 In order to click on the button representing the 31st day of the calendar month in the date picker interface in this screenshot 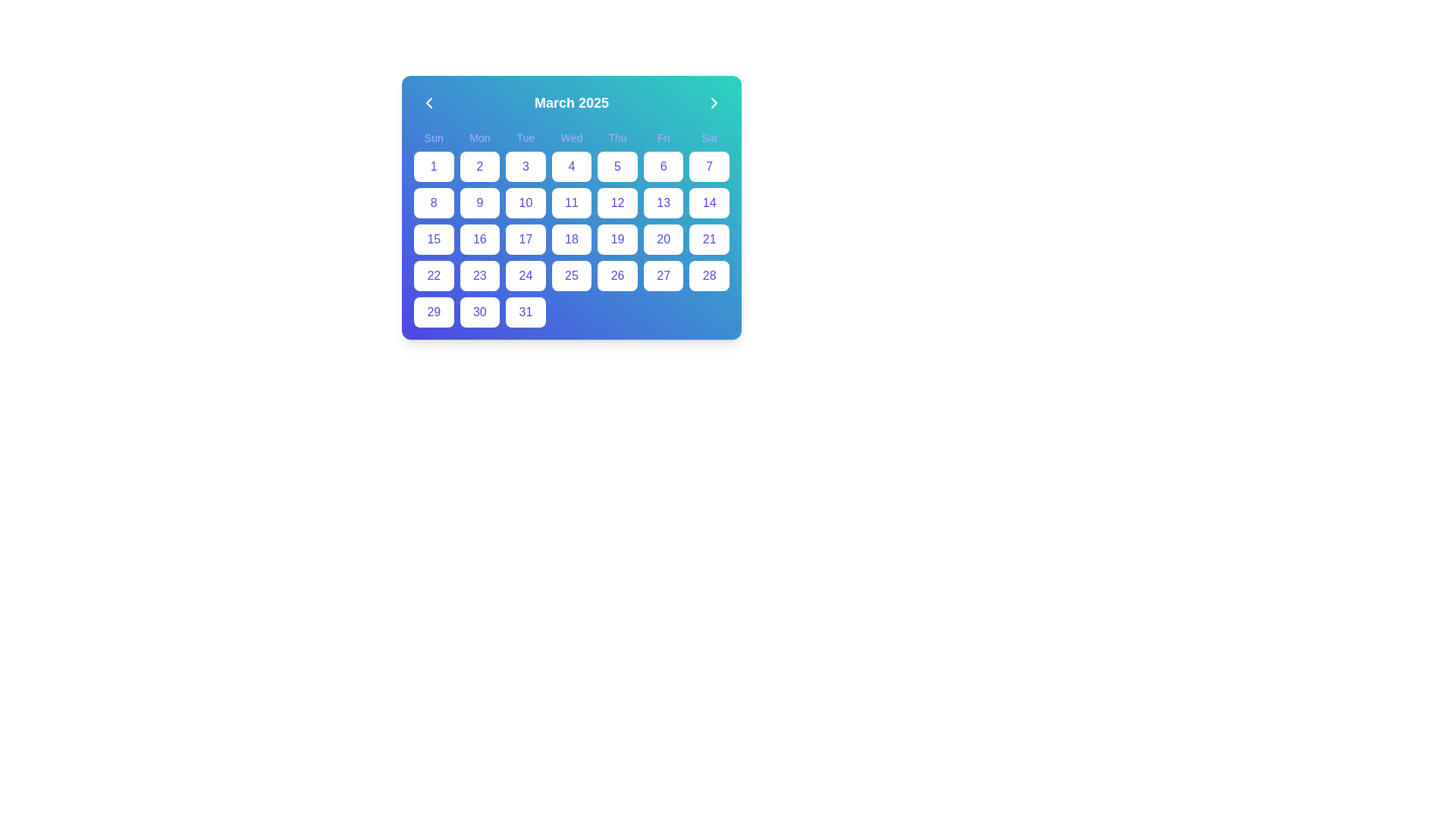, I will do `click(526, 312)`.